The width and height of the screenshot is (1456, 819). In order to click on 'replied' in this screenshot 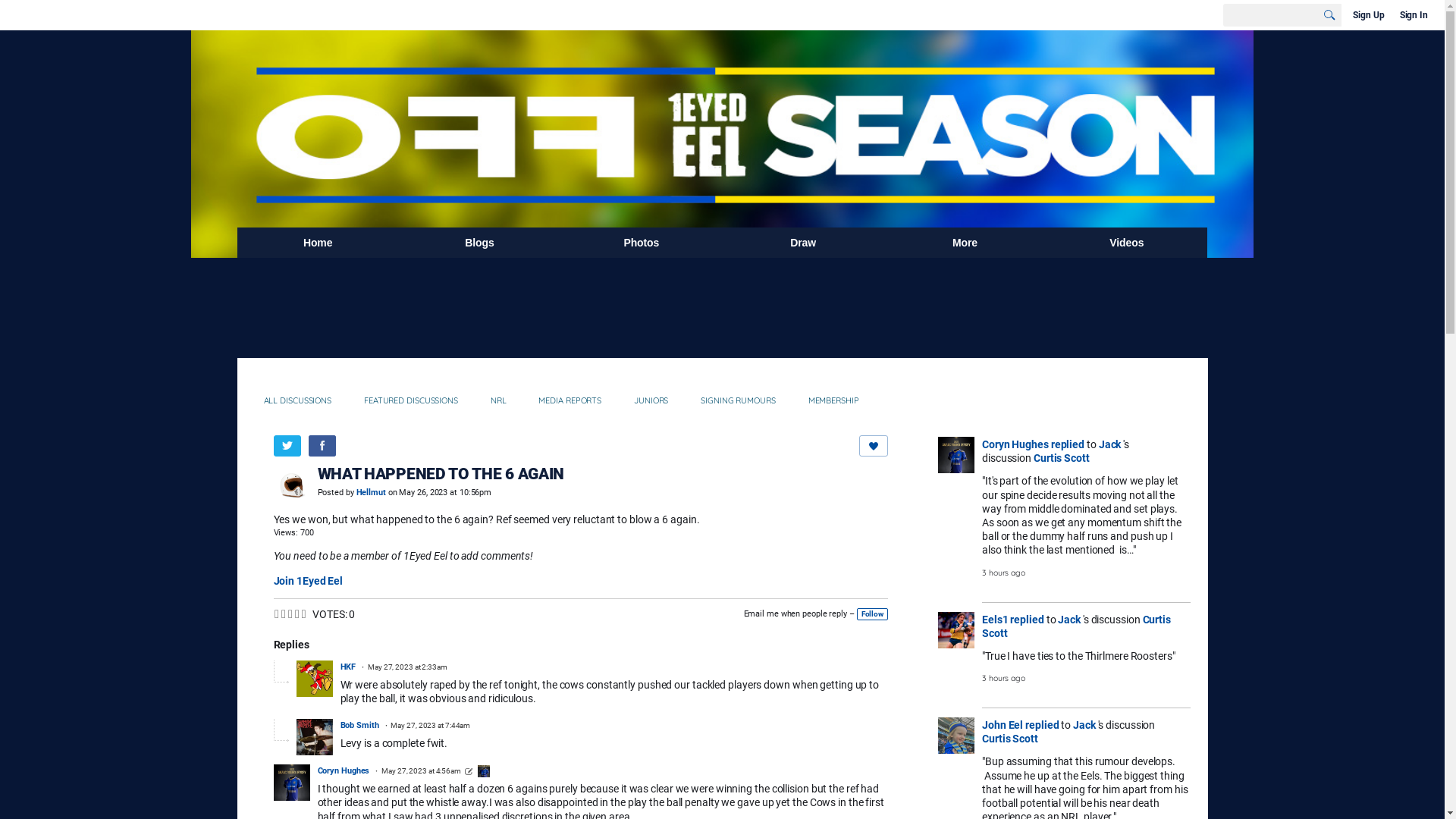, I will do `click(1066, 444)`.